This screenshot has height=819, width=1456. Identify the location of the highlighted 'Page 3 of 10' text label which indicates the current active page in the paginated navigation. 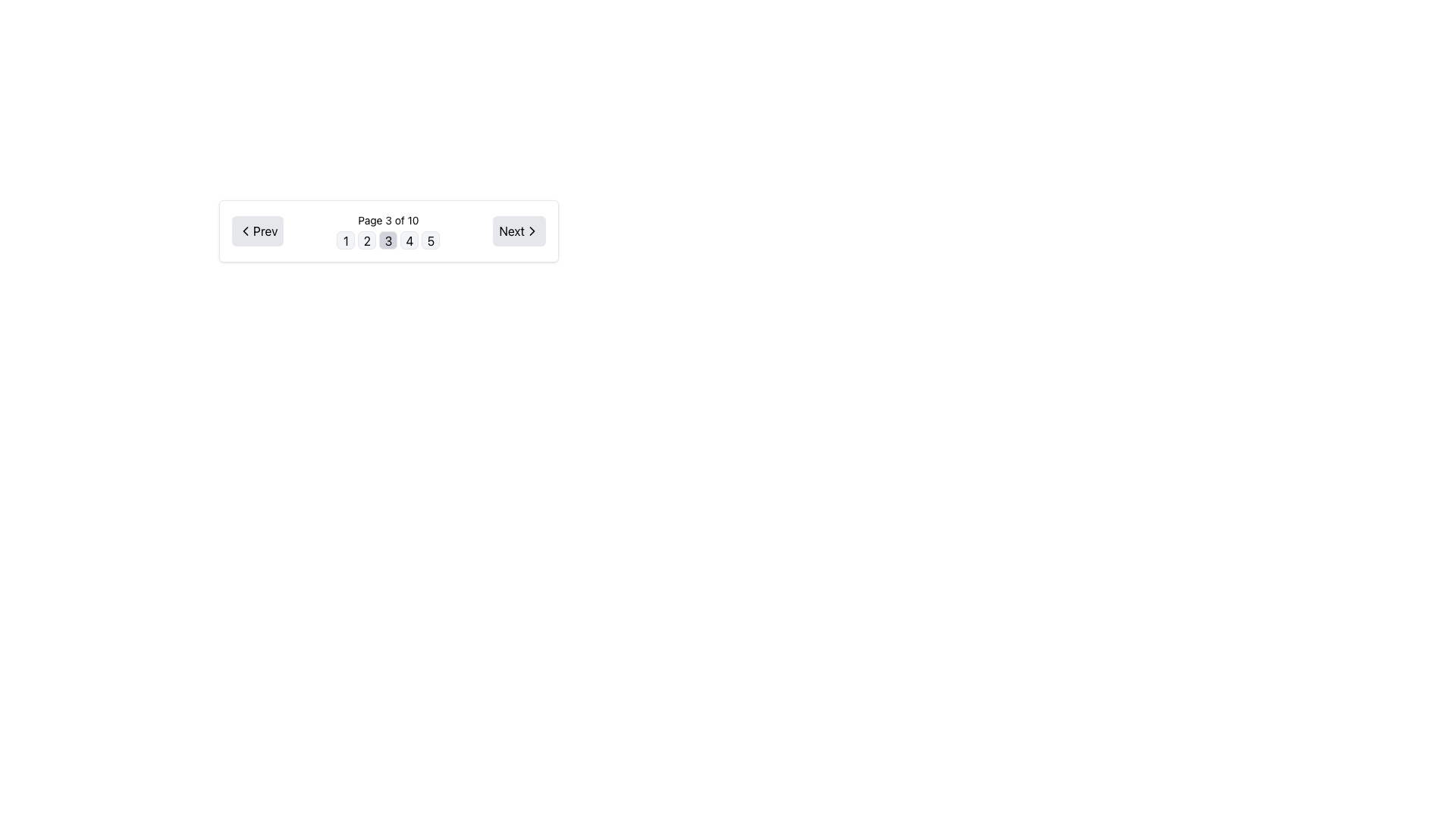
(389, 231).